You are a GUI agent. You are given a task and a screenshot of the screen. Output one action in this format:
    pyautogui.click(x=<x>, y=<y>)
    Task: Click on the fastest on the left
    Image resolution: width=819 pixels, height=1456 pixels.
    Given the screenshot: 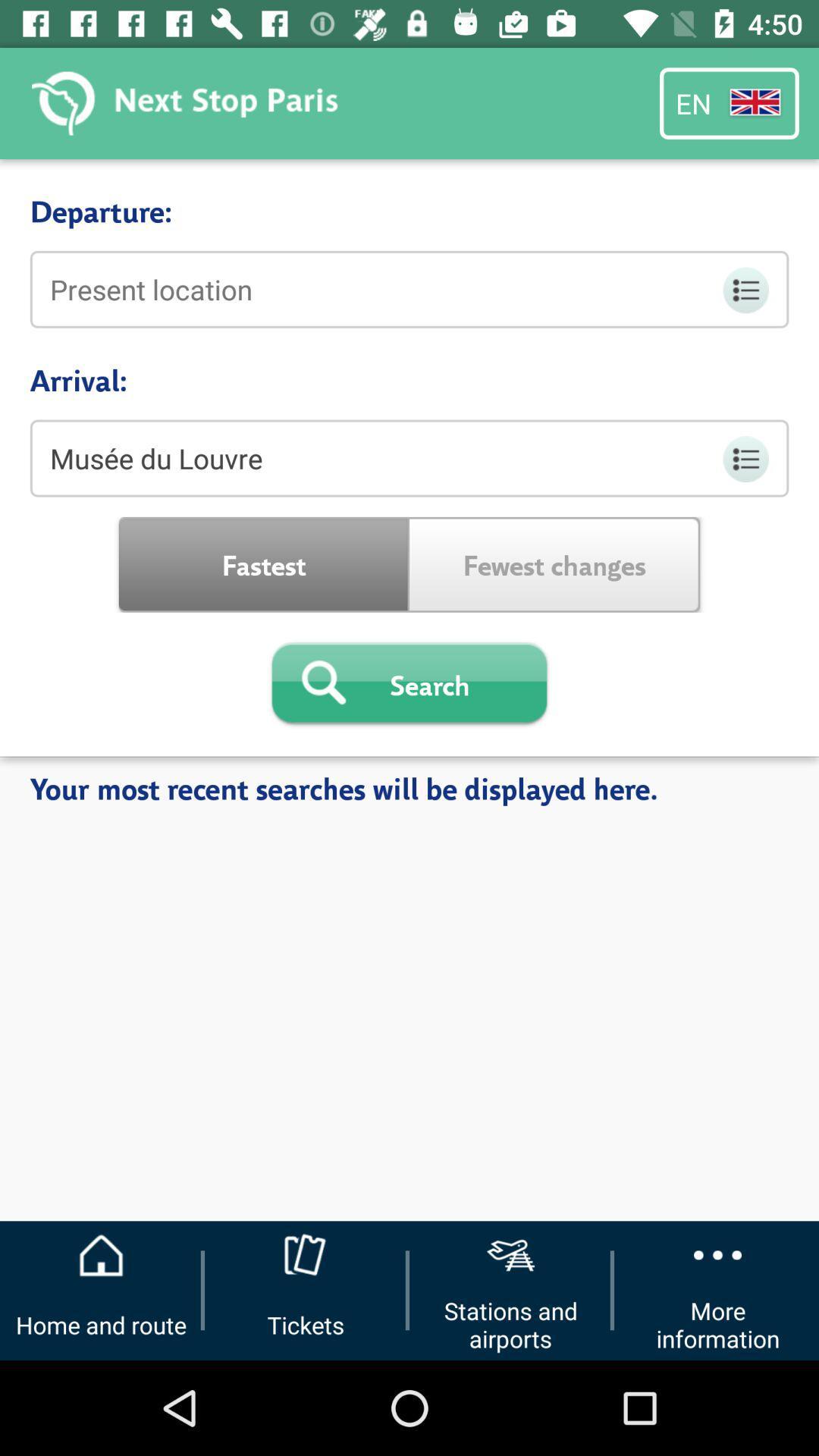 What is the action you would take?
    pyautogui.click(x=263, y=563)
    